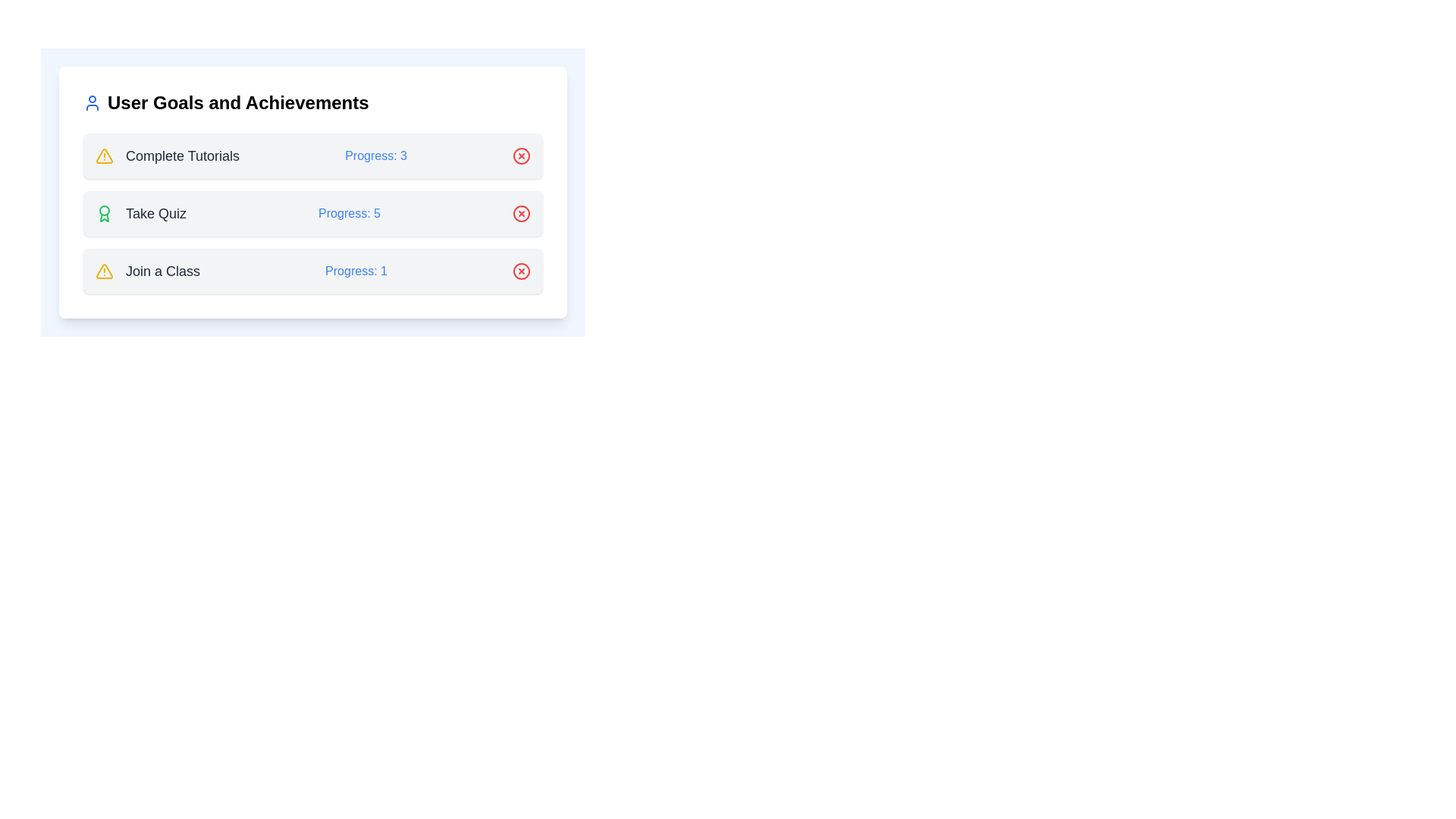 This screenshot has width=1456, height=819. Describe the element at coordinates (104, 218) in the screenshot. I see `the award iconographic graphical element within the 'Take Quiz' item in the list, which symbolizes success or completion` at that location.